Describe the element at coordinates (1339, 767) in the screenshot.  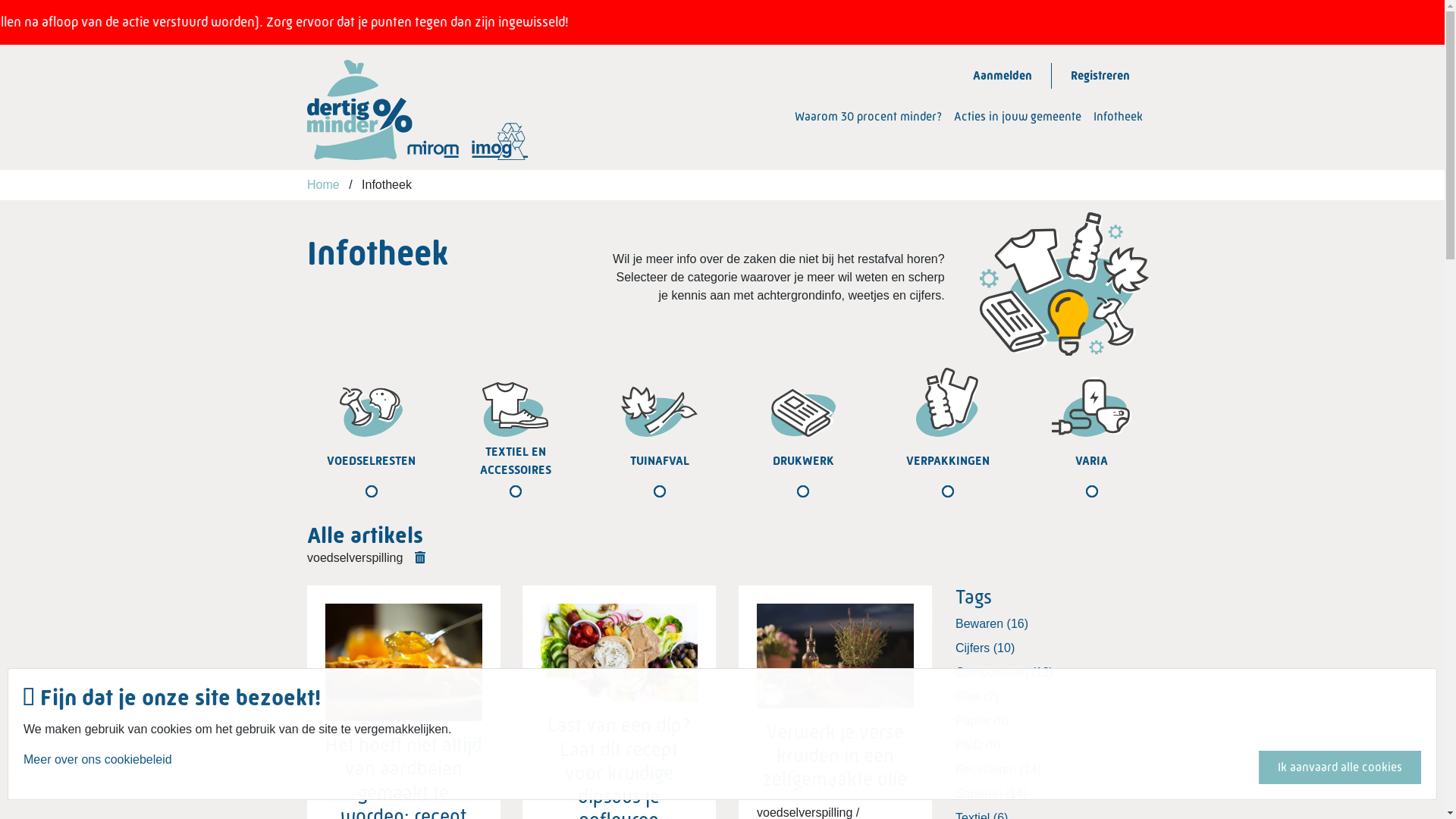
I see `'Ik aanvaard alle cookies'` at that location.